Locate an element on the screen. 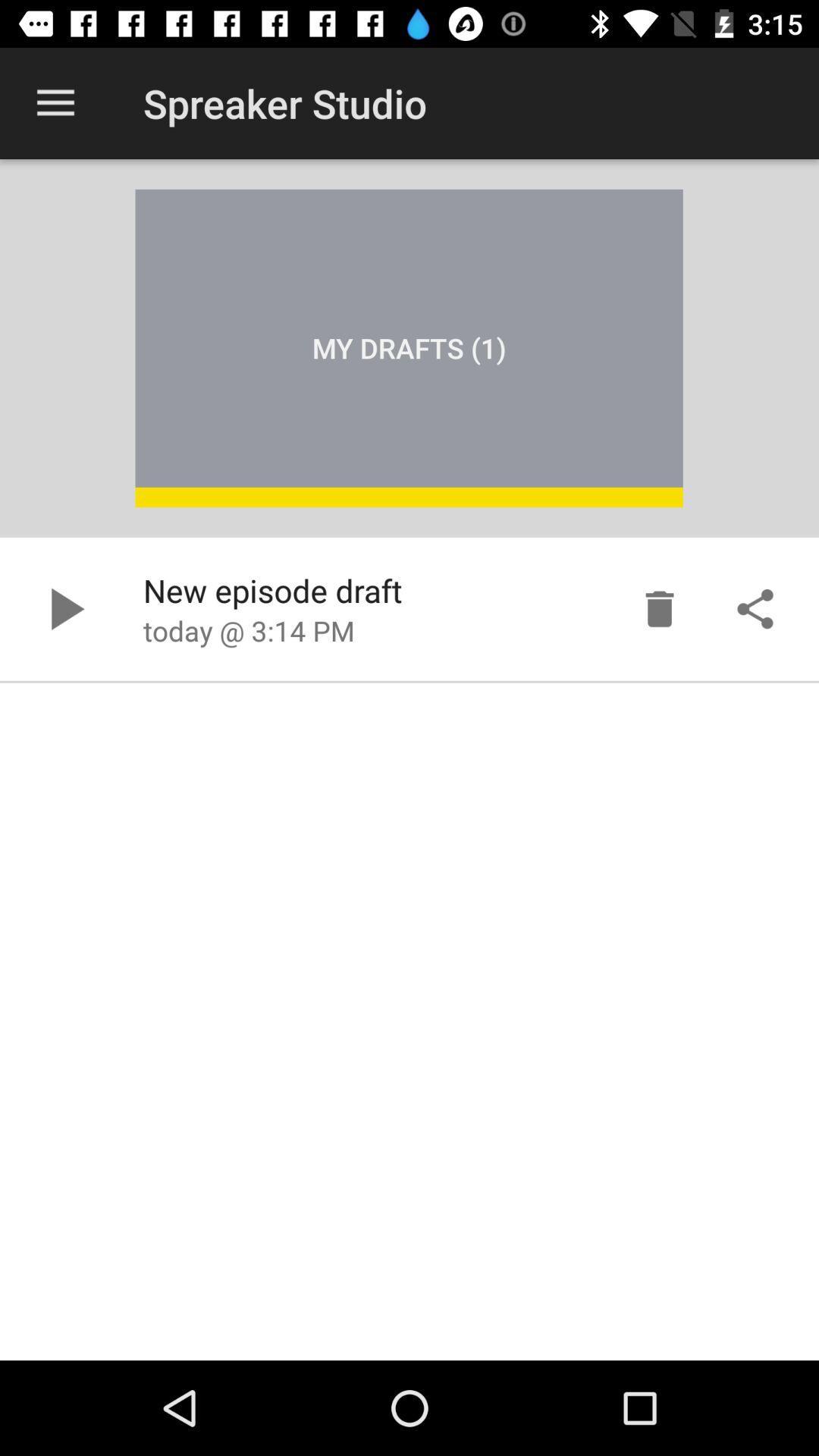 Image resolution: width=819 pixels, height=1456 pixels. the podcast is located at coordinates (63, 609).